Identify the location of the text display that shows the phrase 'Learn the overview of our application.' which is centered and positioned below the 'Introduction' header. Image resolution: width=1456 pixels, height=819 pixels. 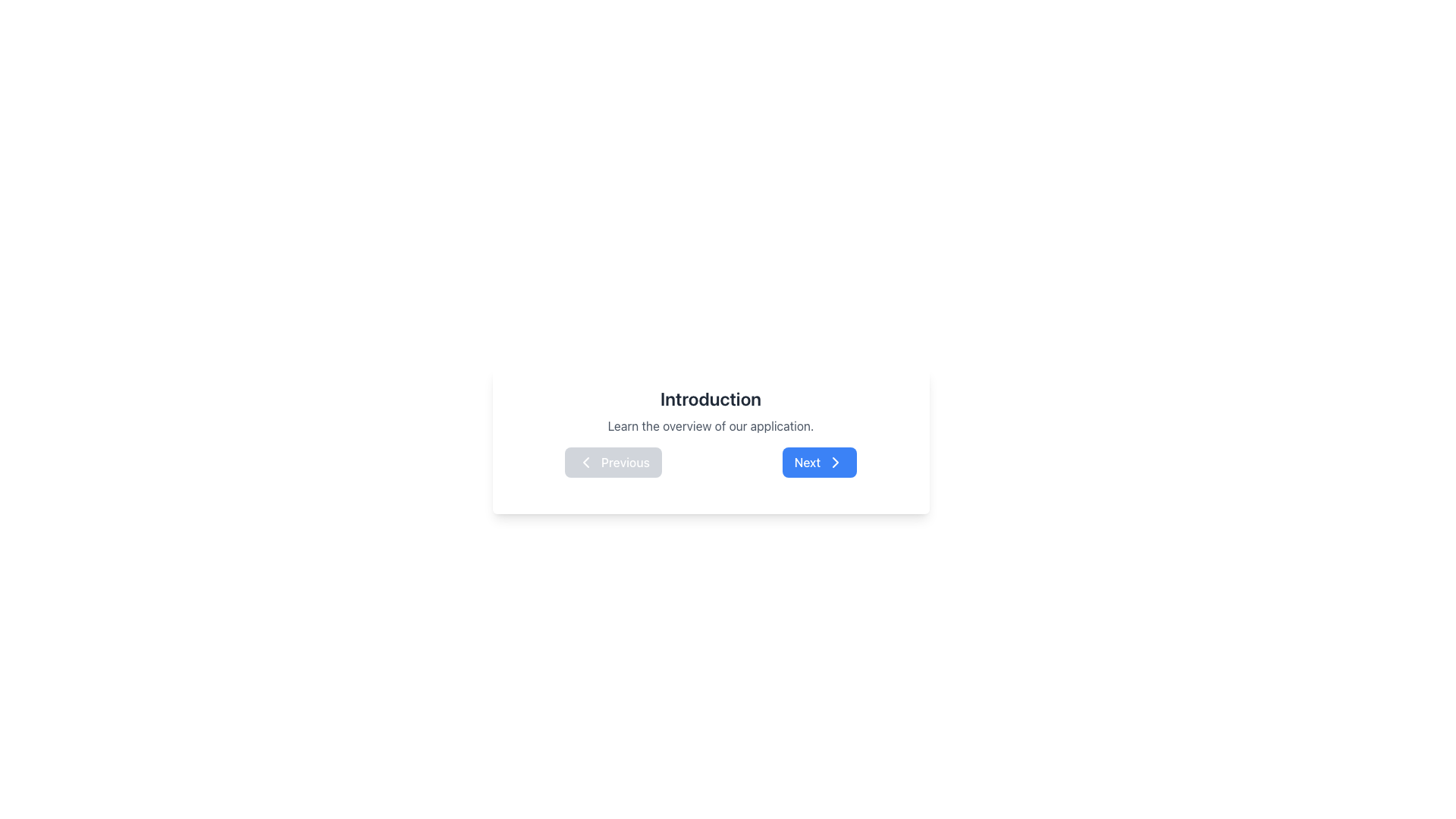
(710, 426).